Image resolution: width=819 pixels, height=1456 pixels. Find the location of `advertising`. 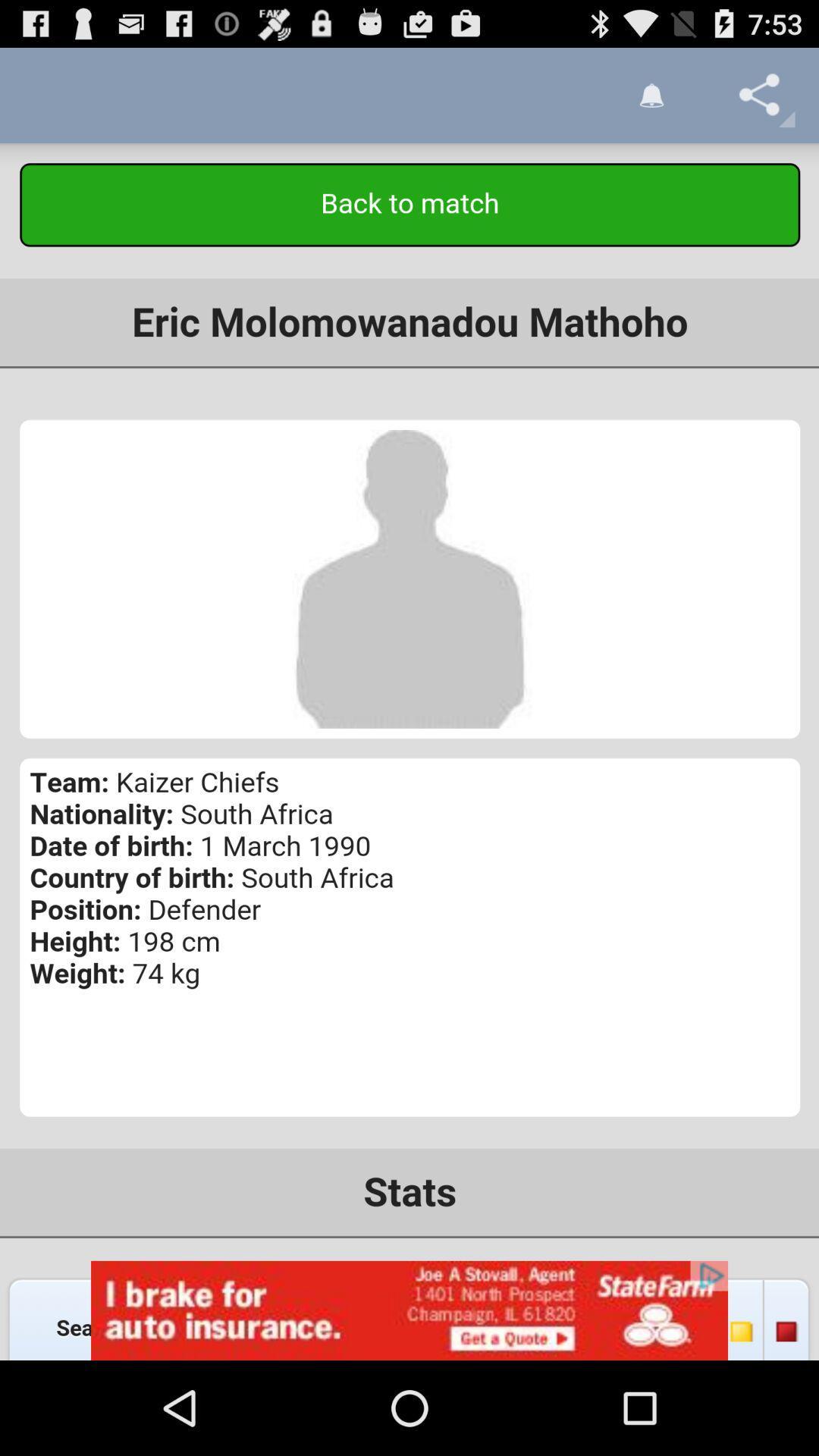

advertising is located at coordinates (409, 1310).